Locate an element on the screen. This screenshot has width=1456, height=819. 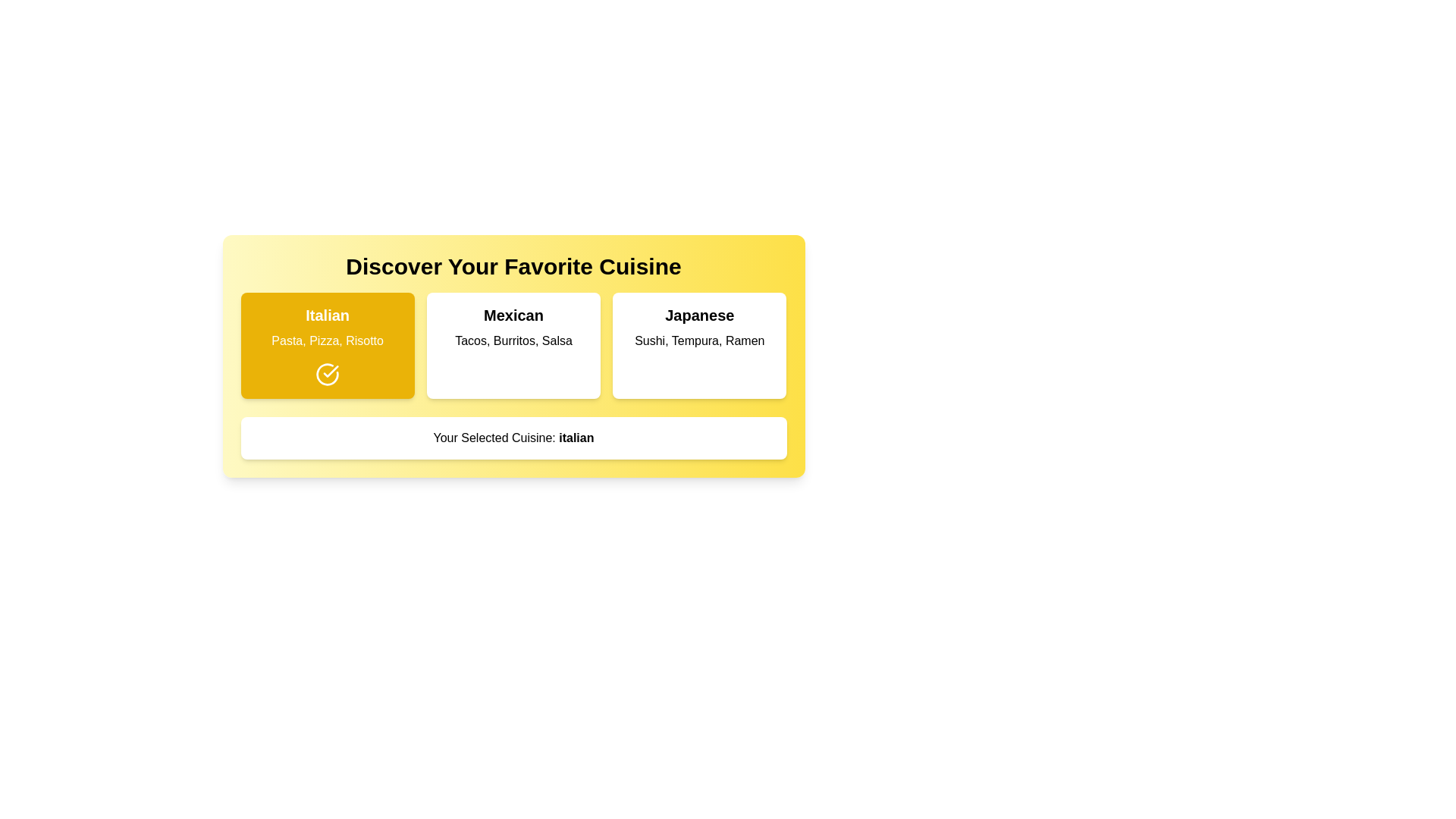
the 'Mexican' clickable card, which is the second item in a grid of three cards is located at coordinates (513, 345).